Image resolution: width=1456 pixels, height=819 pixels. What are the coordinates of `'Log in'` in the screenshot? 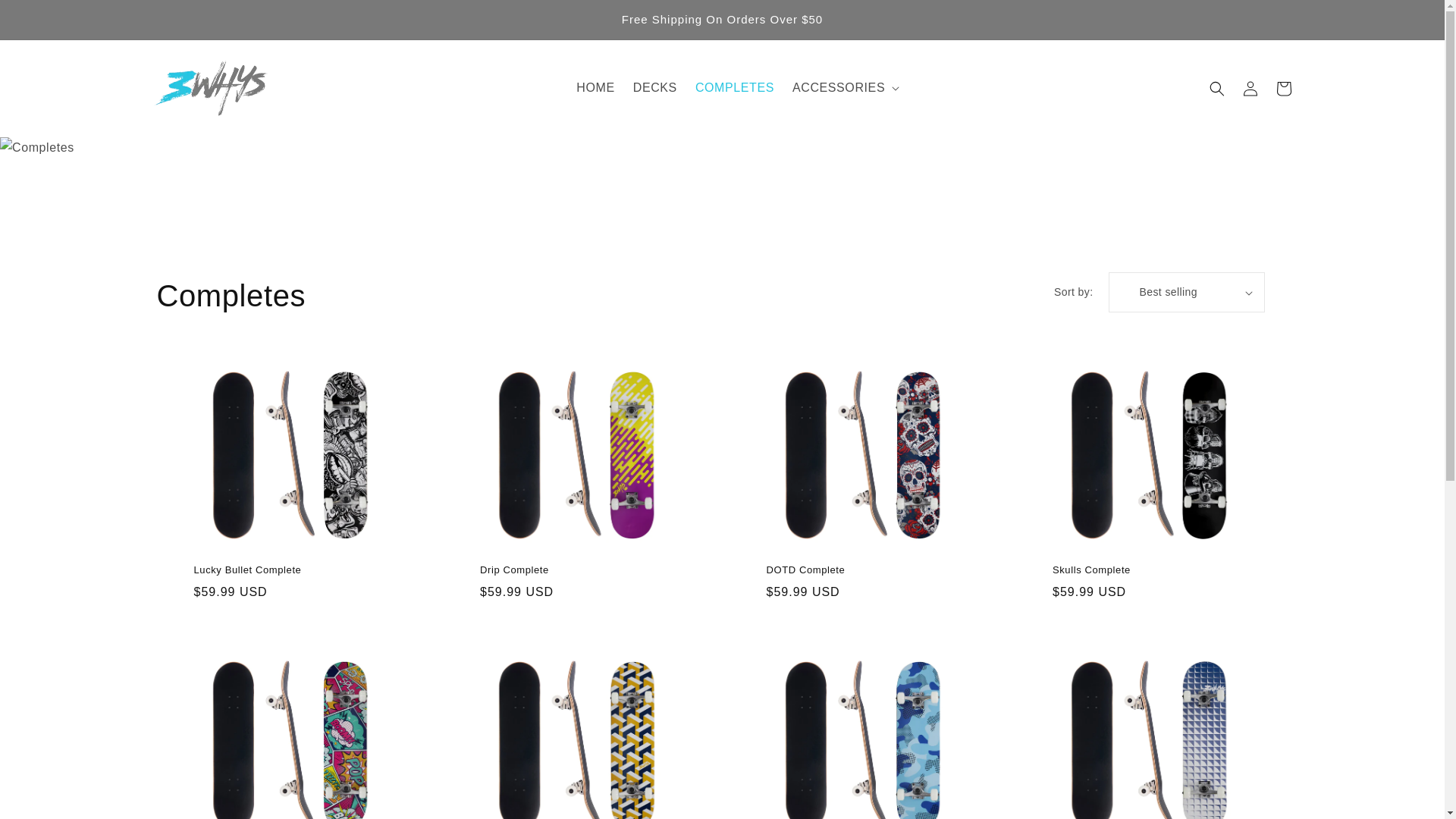 It's located at (1233, 87).